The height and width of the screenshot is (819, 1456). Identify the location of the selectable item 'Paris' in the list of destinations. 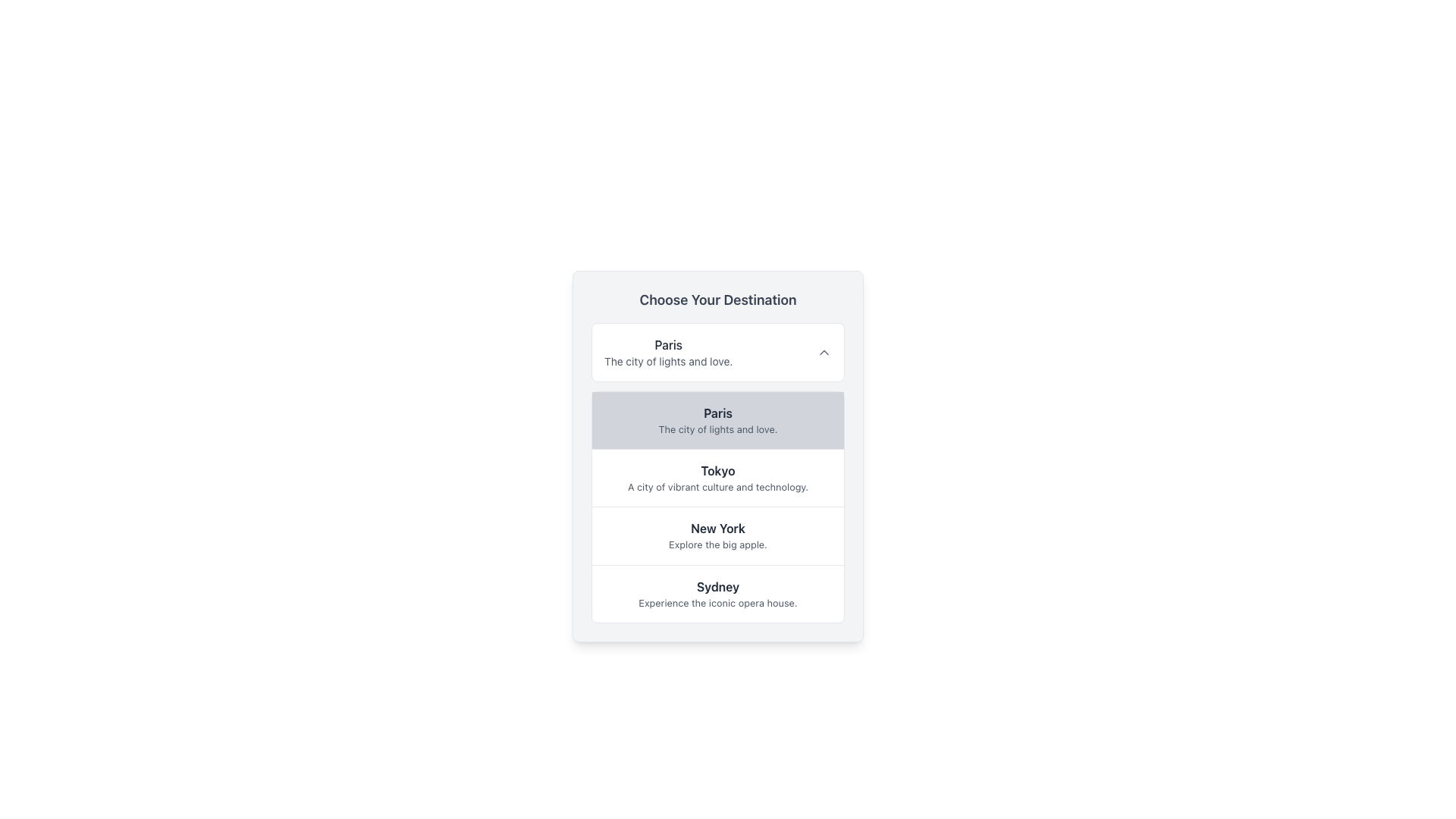
(717, 420).